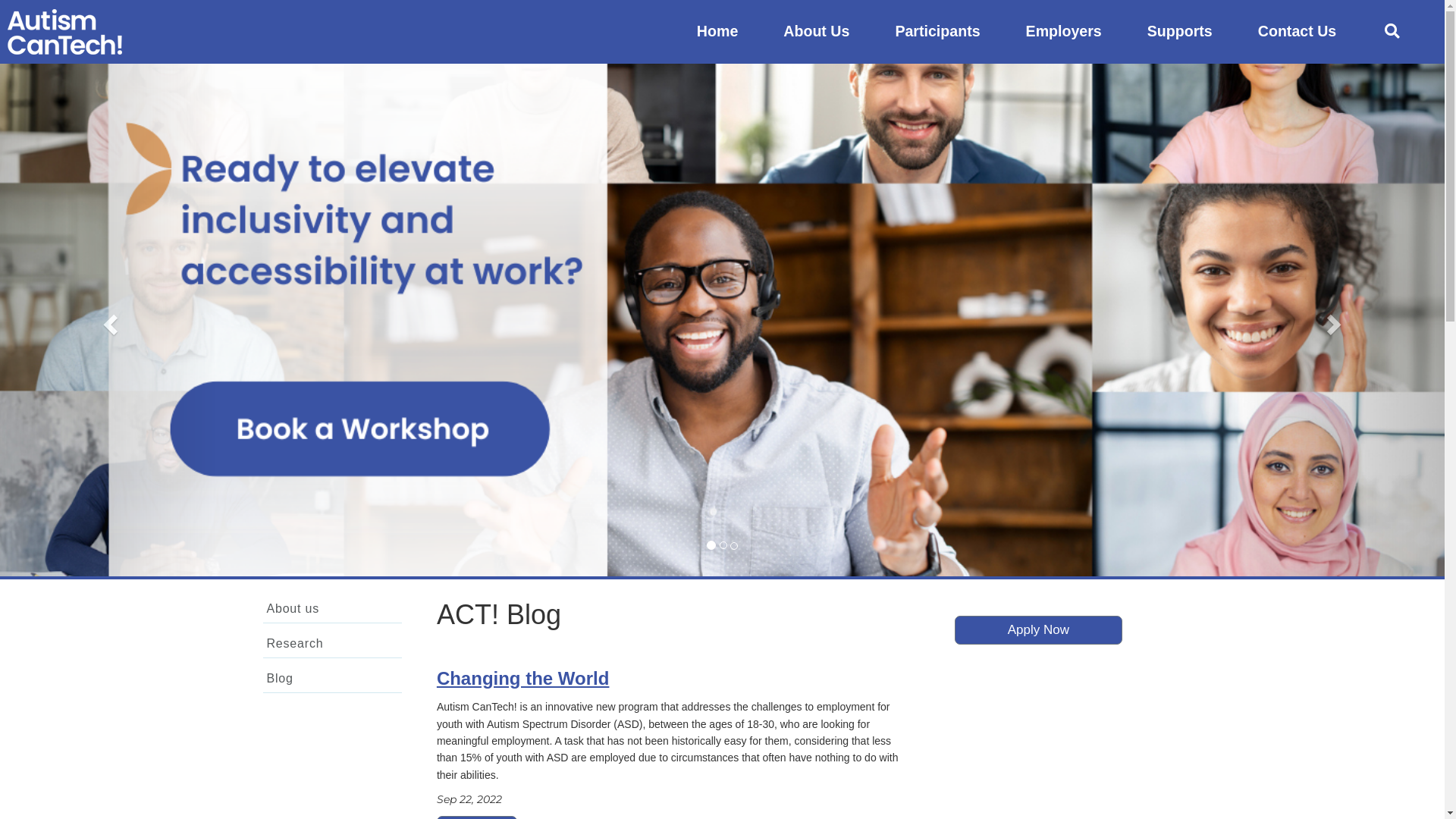 Image resolution: width=1456 pixels, height=819 pixels. What do you see at coordinates (1037, 629) in the screenshot?
I see `'Apply Now'` at bounding box center [1037, 629].